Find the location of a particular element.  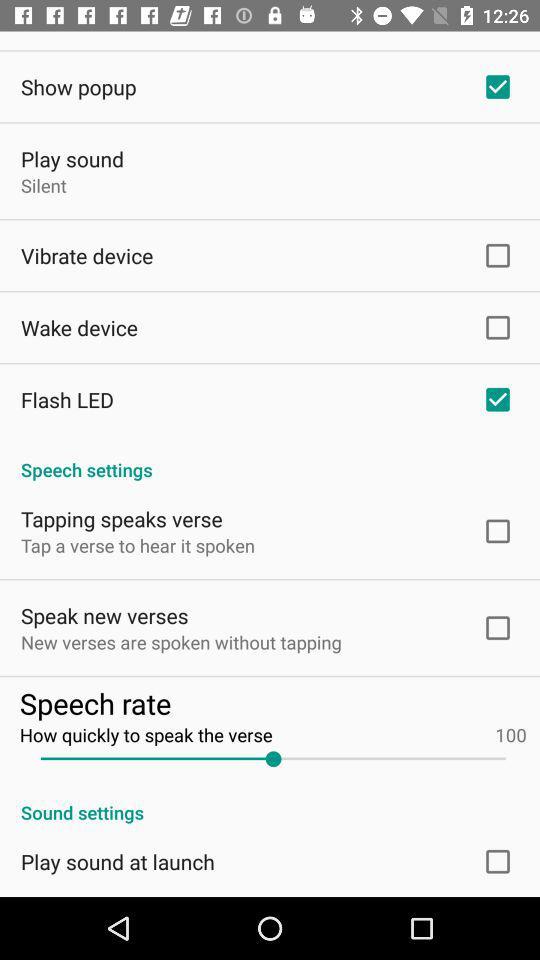

icon below the vibrate device is located at coordinates (78, 327).